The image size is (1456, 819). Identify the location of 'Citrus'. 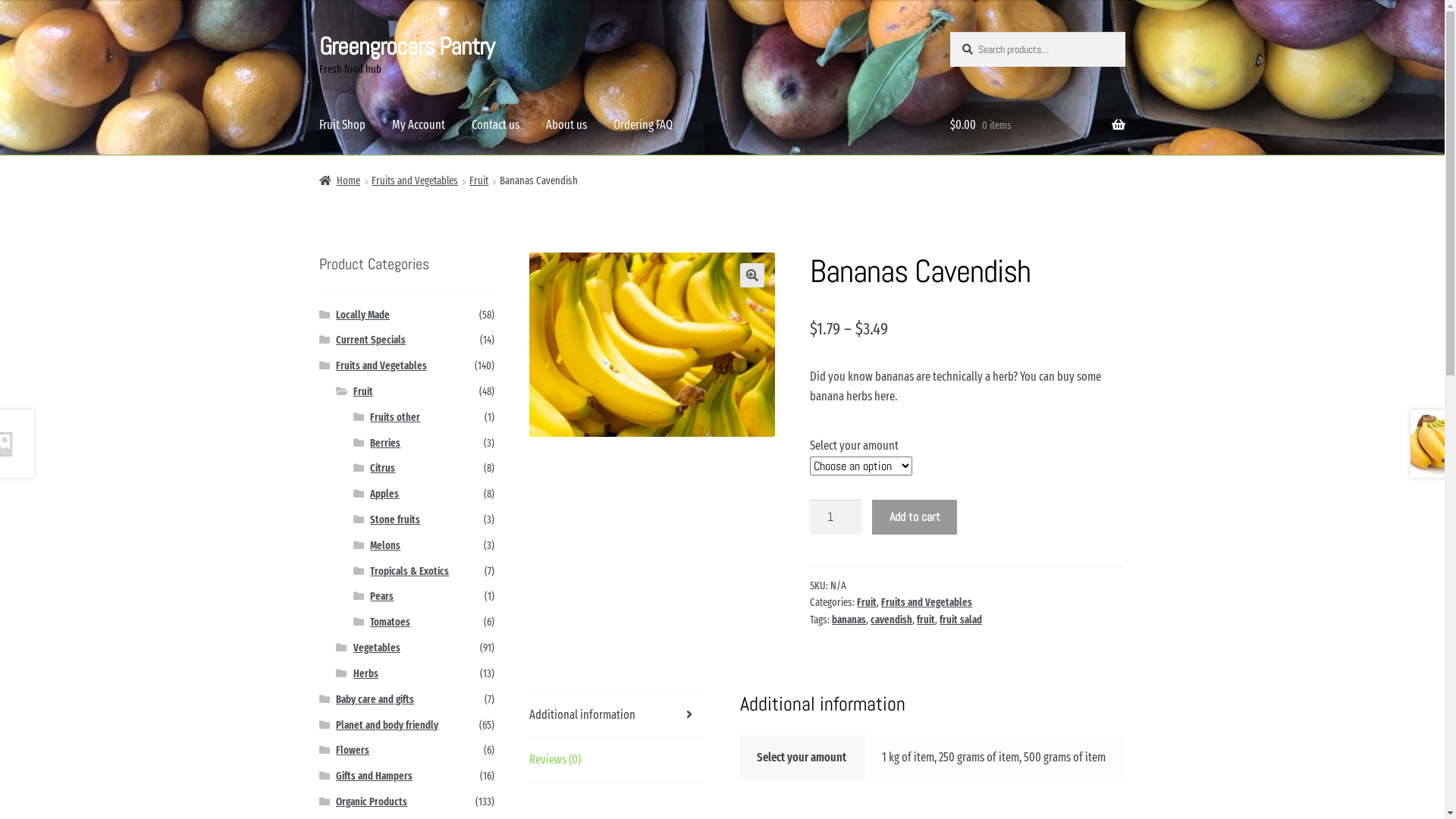
(382, 467).